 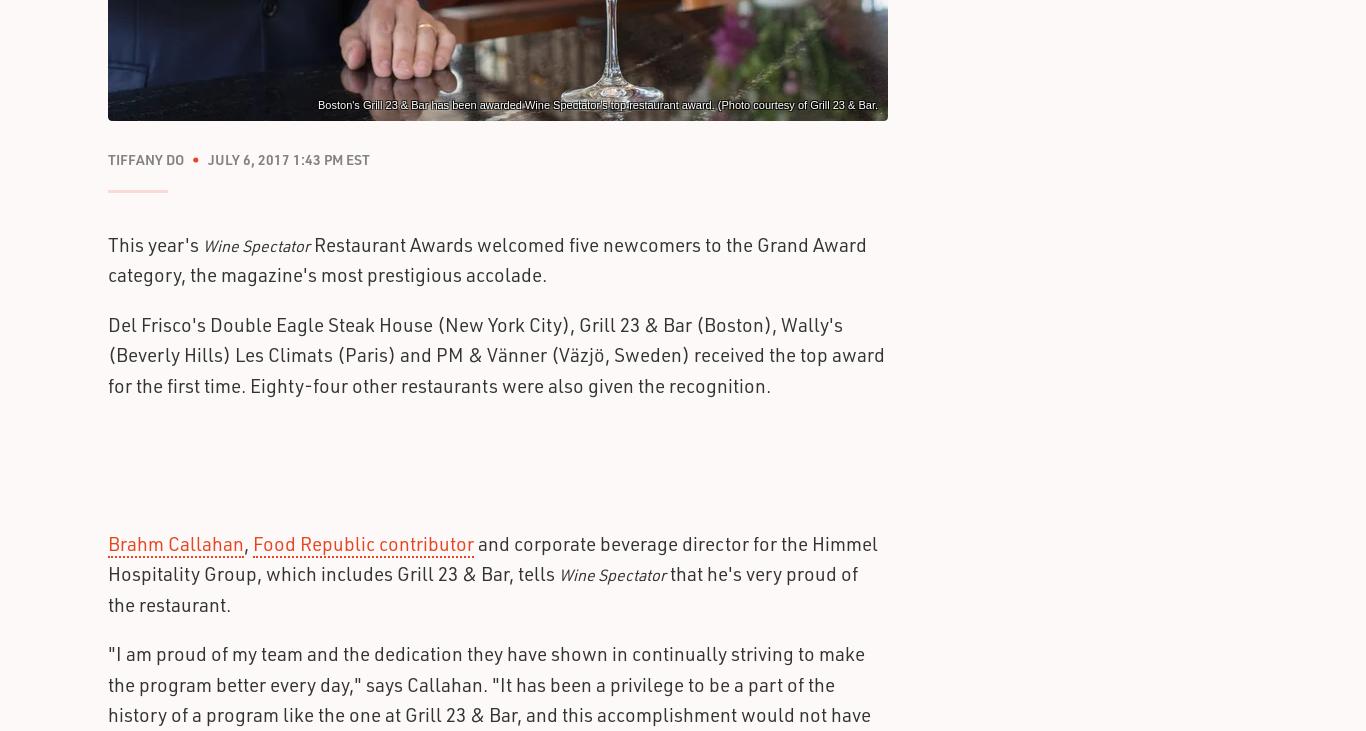 I want to click on 'that he's very proud of the restaurant.', so click(x=483, y=587).